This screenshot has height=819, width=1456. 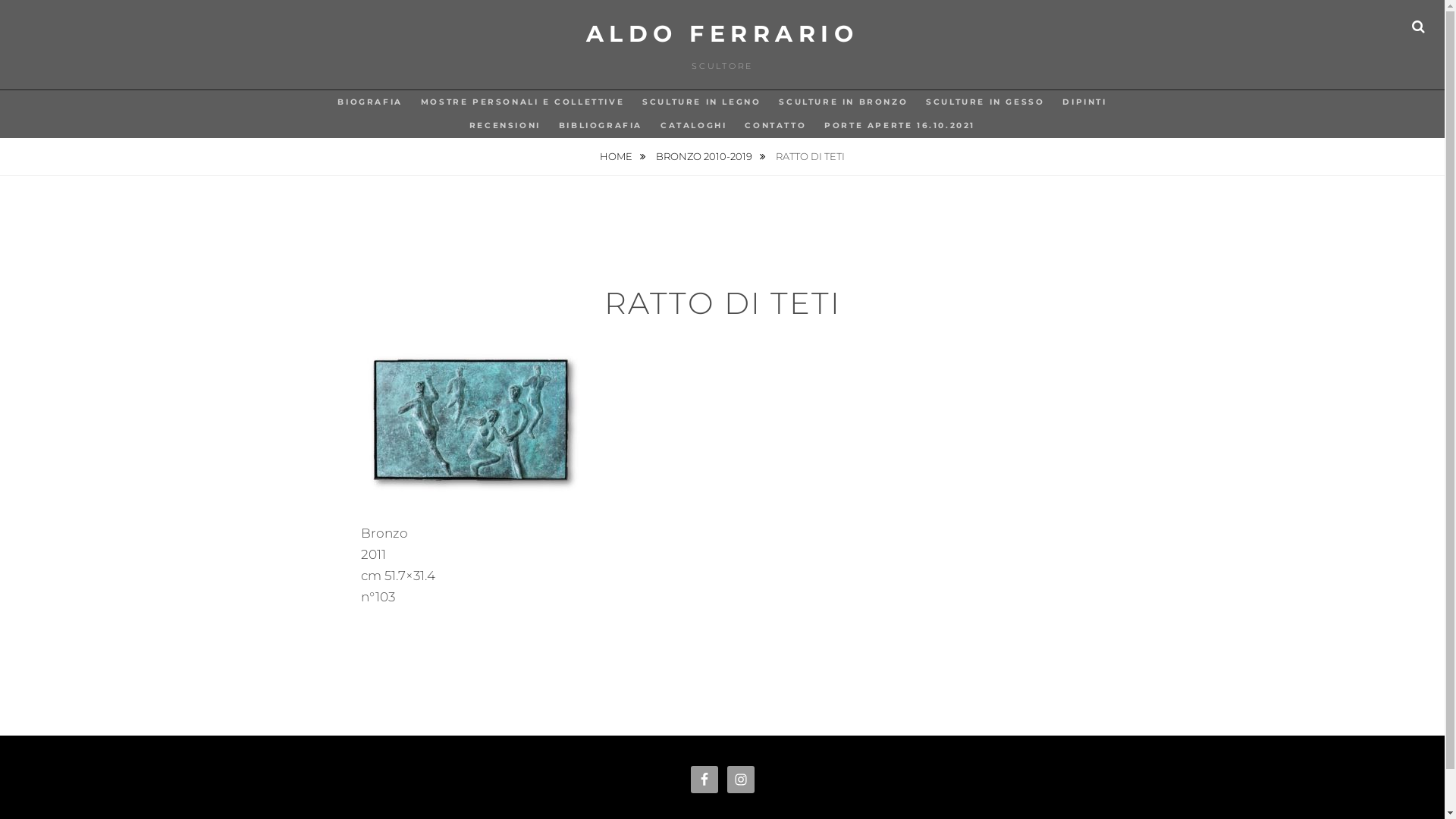 I want to click on 'HOME', so click(x=622, y=156).